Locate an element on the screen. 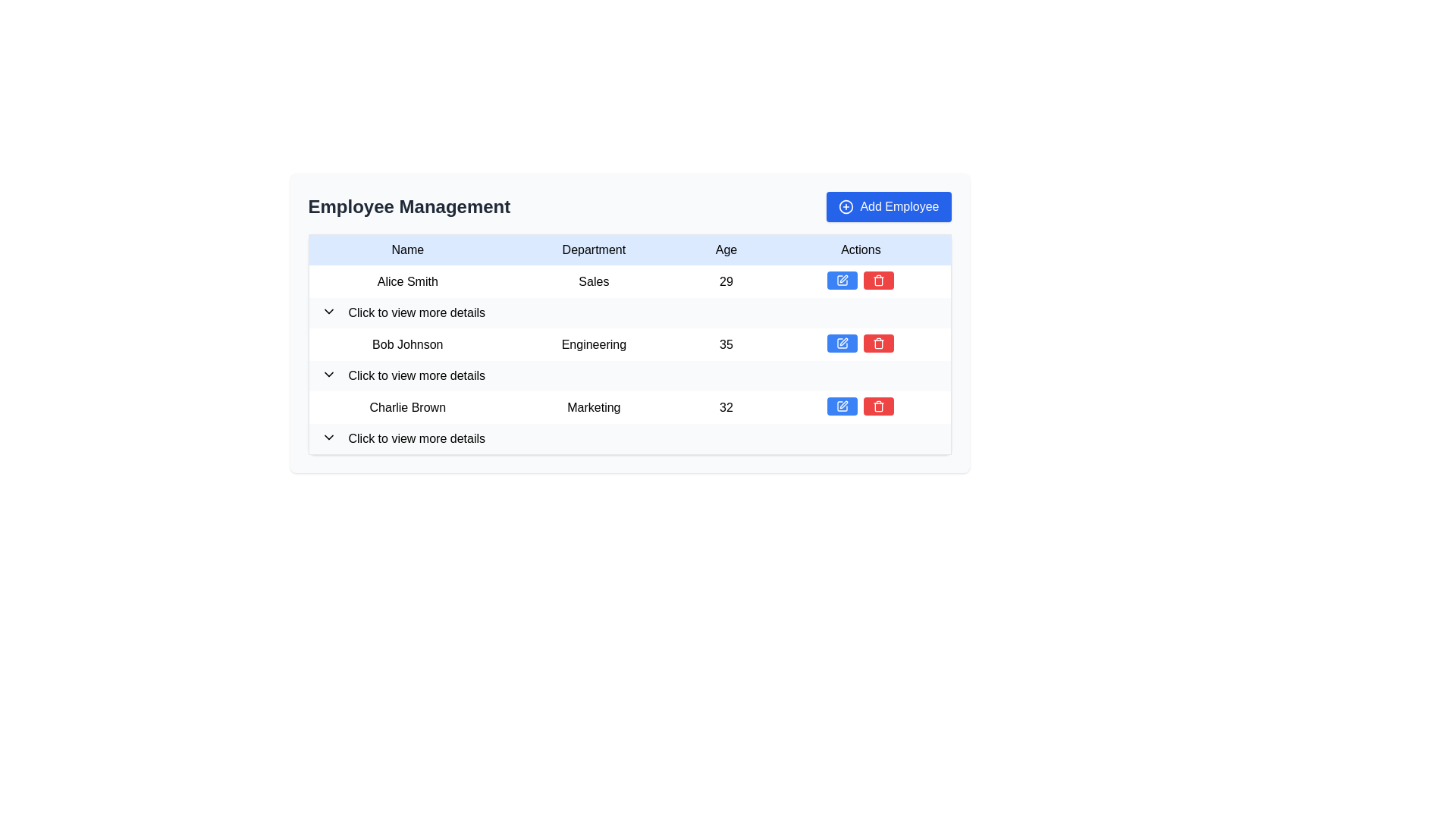 This screenshot has height=819, width=1456. the circular '+' icon with a white outline on a blue background, which is part of the 'Add Employee' button located in the top-right area of the interface is located at coordinates (846, 207).